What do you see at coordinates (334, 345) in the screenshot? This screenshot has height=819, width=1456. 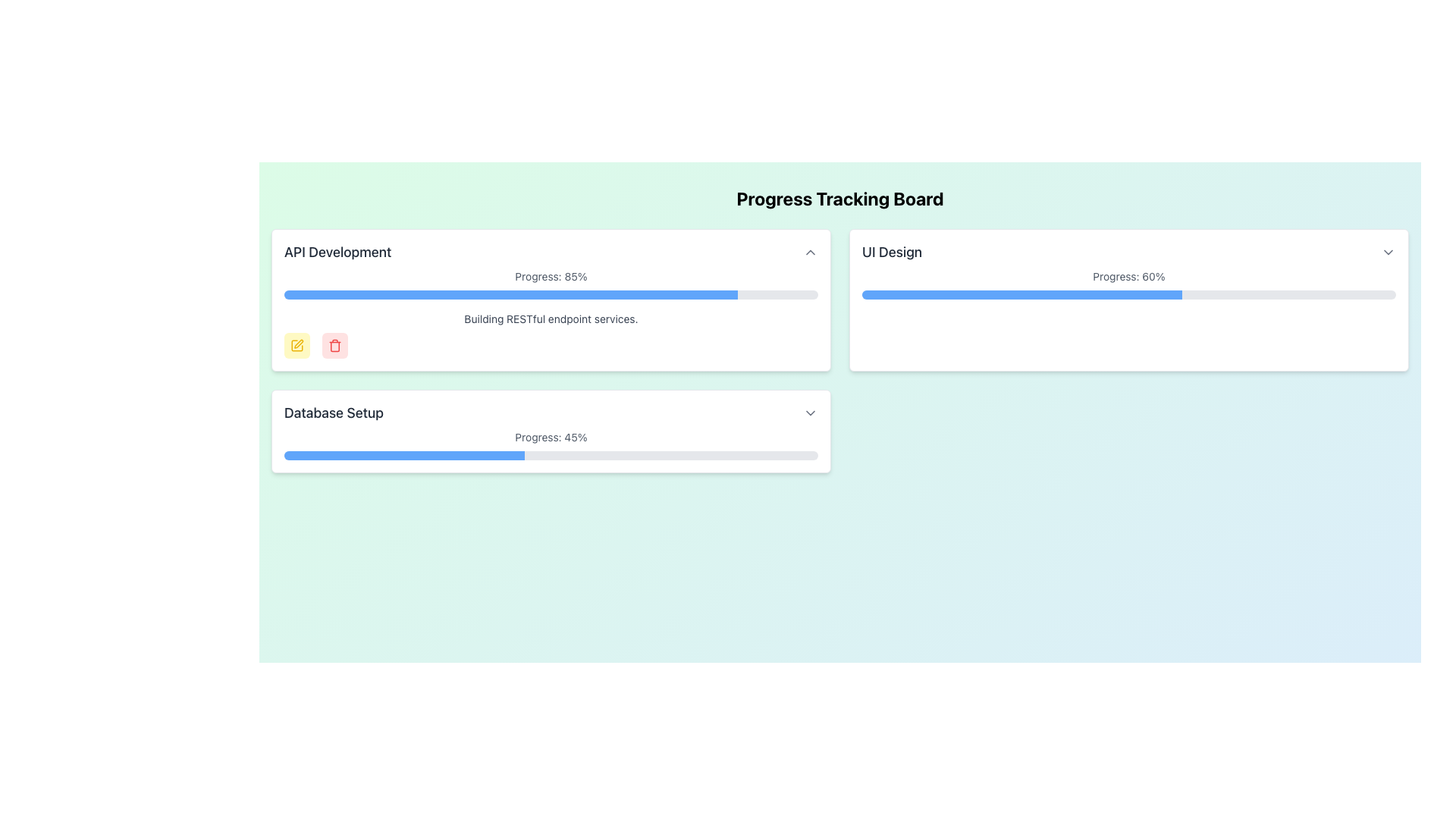 I see `the trash icon, which is a red outlined trash can button located within the 'API Development' card` at bounding box center [334, 345].